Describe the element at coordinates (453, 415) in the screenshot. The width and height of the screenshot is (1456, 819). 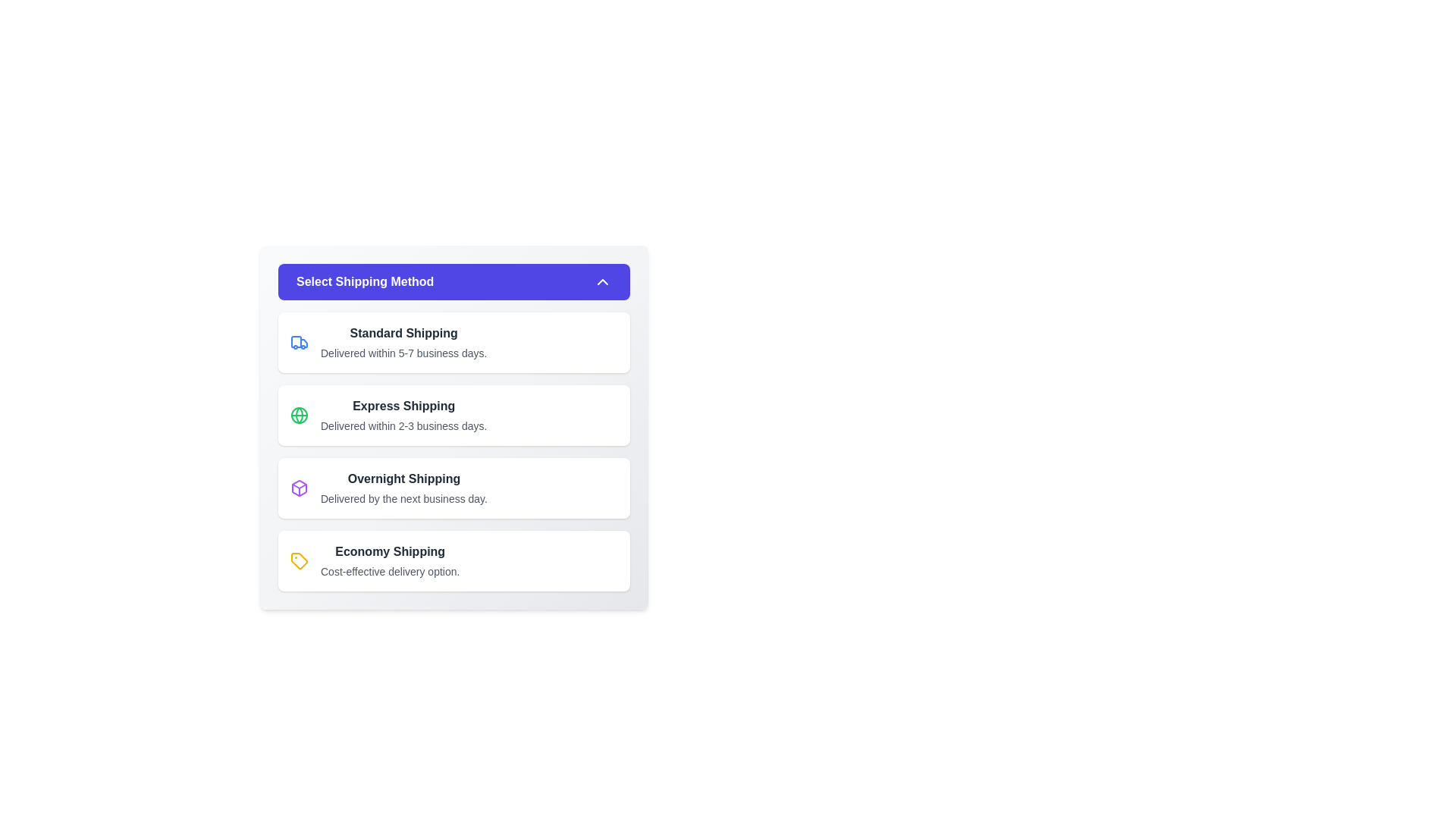
I see `the 'Express Shipping' selectable option box, which has a green globe icon and is styled with a white background and rounded corners` at that location.